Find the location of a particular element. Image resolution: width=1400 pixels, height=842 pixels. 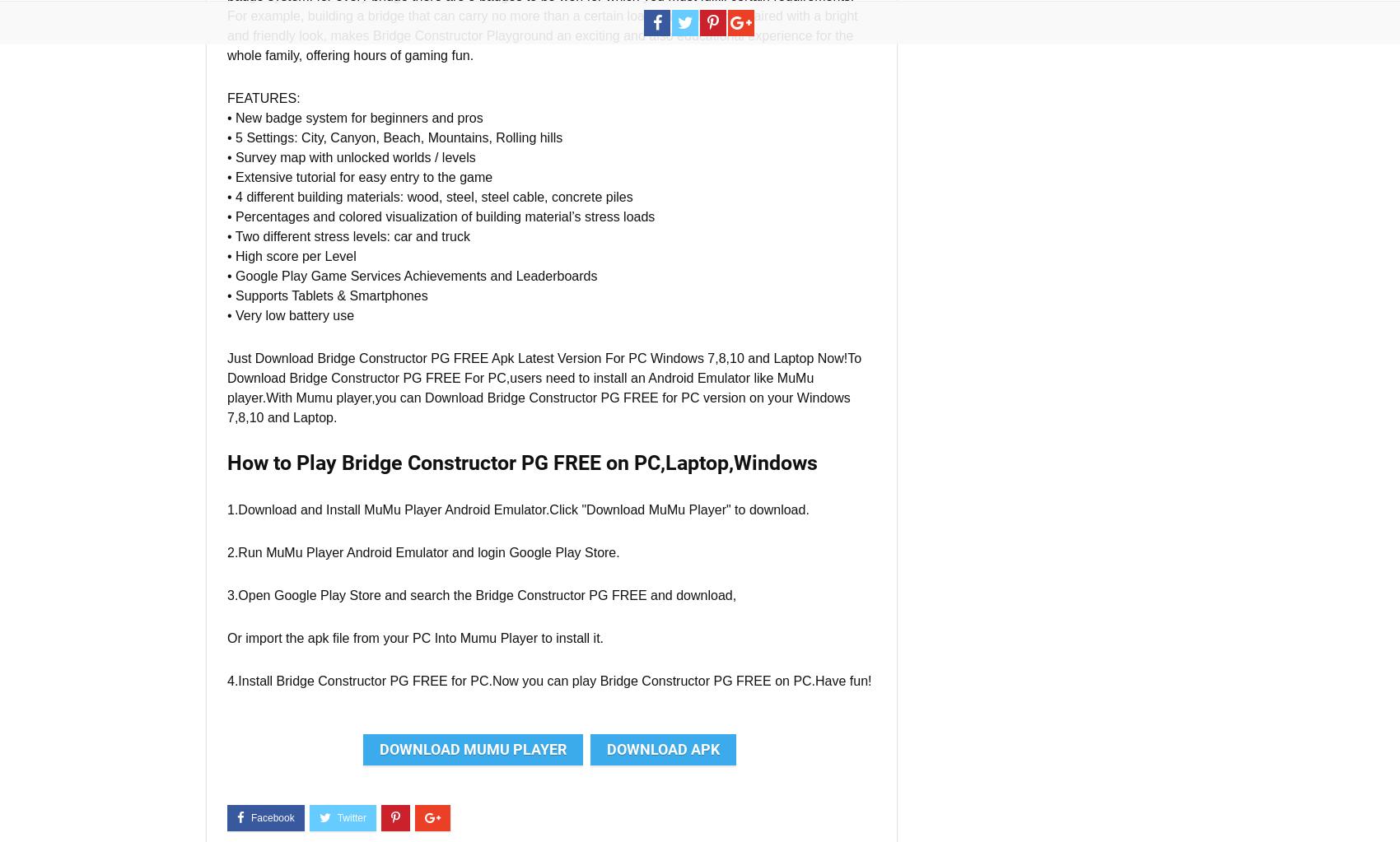

'• New badge system for beginners and pros' is located at coordinates (354, 117).